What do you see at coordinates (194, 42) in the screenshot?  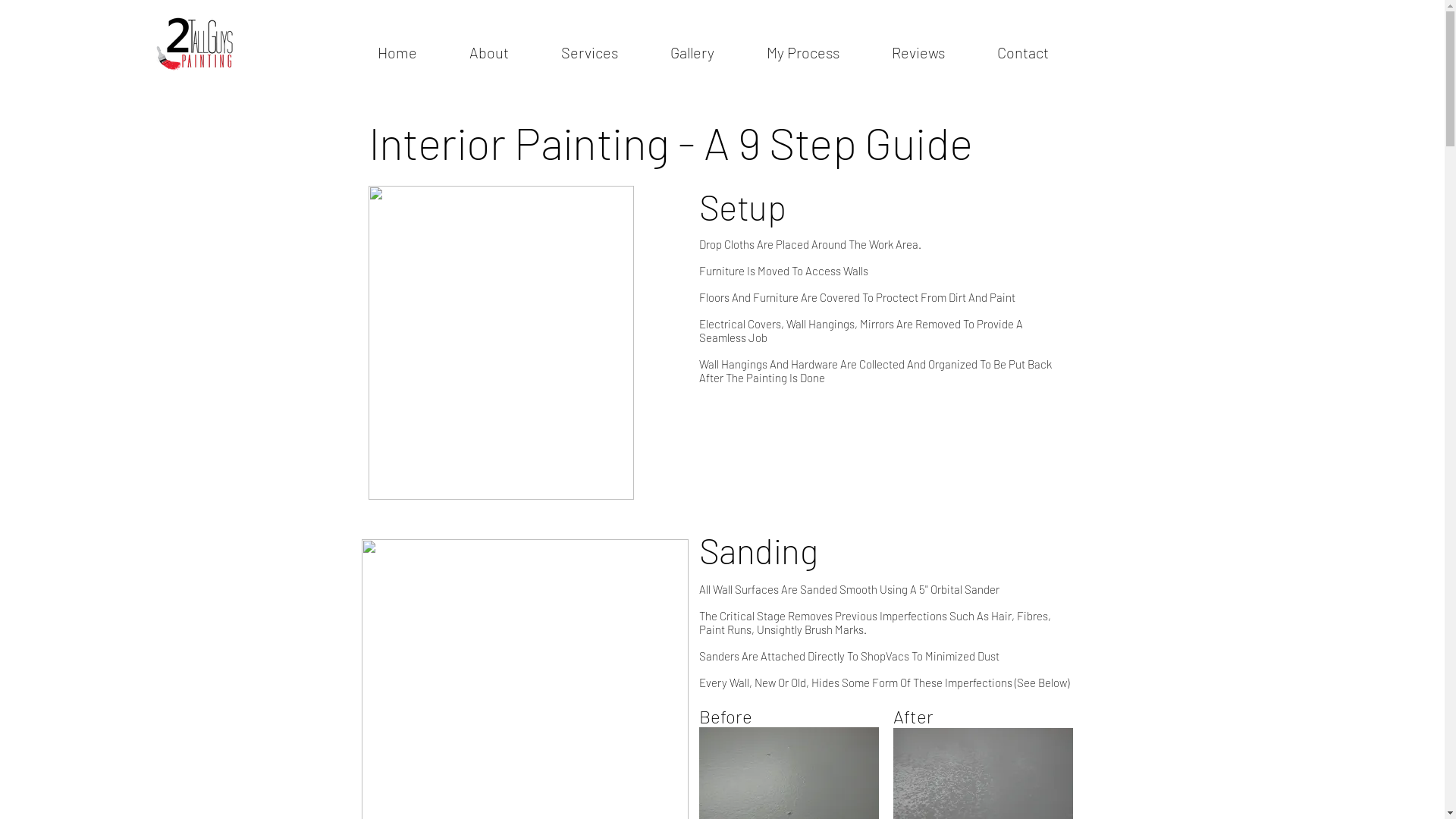 I see `'2-TALL-GUYS-painting-logo-web.png'` at bounding box center [194, 42].